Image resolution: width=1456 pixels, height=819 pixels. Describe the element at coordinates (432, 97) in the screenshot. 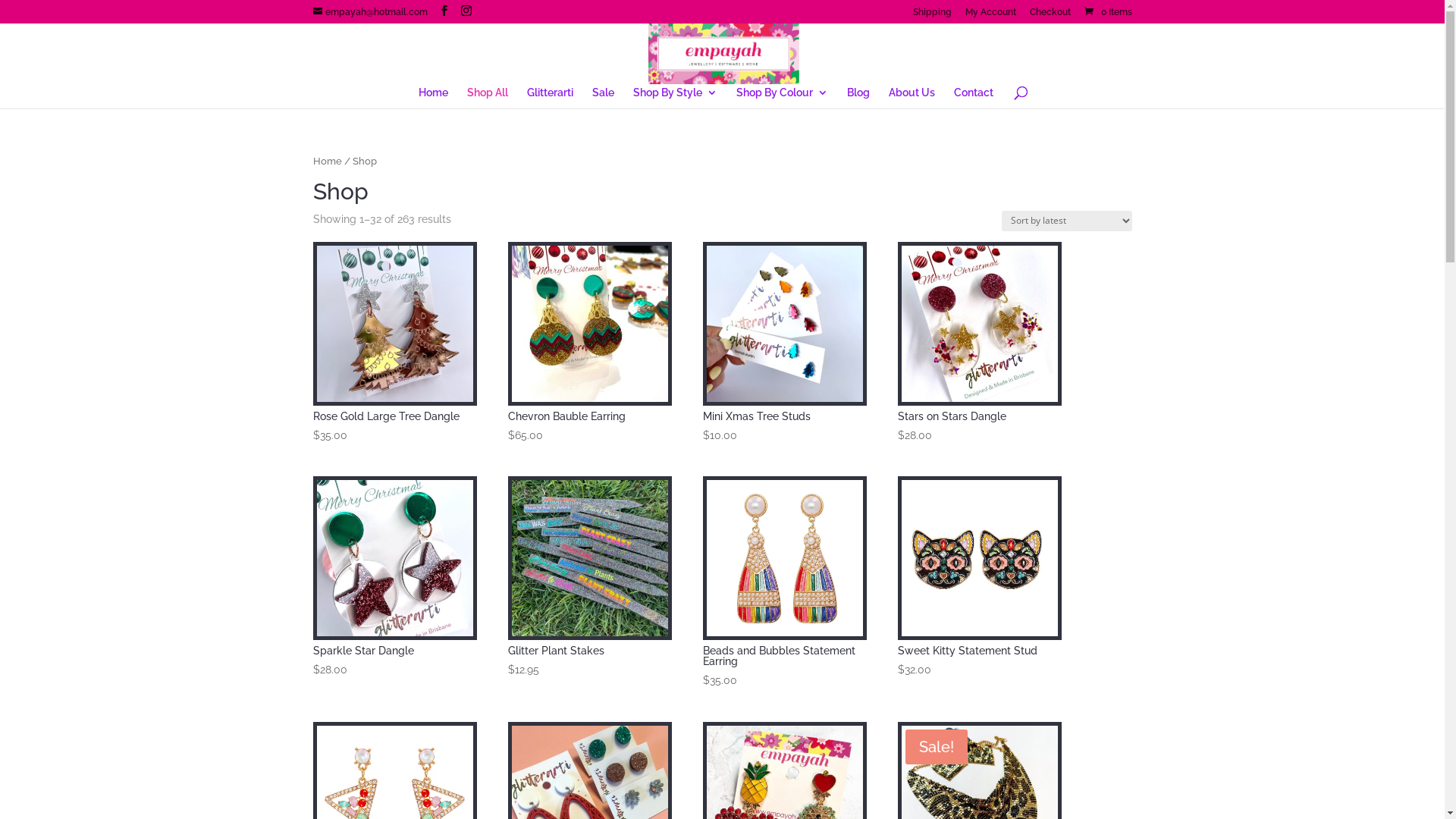

I see `'Home'` at that location.